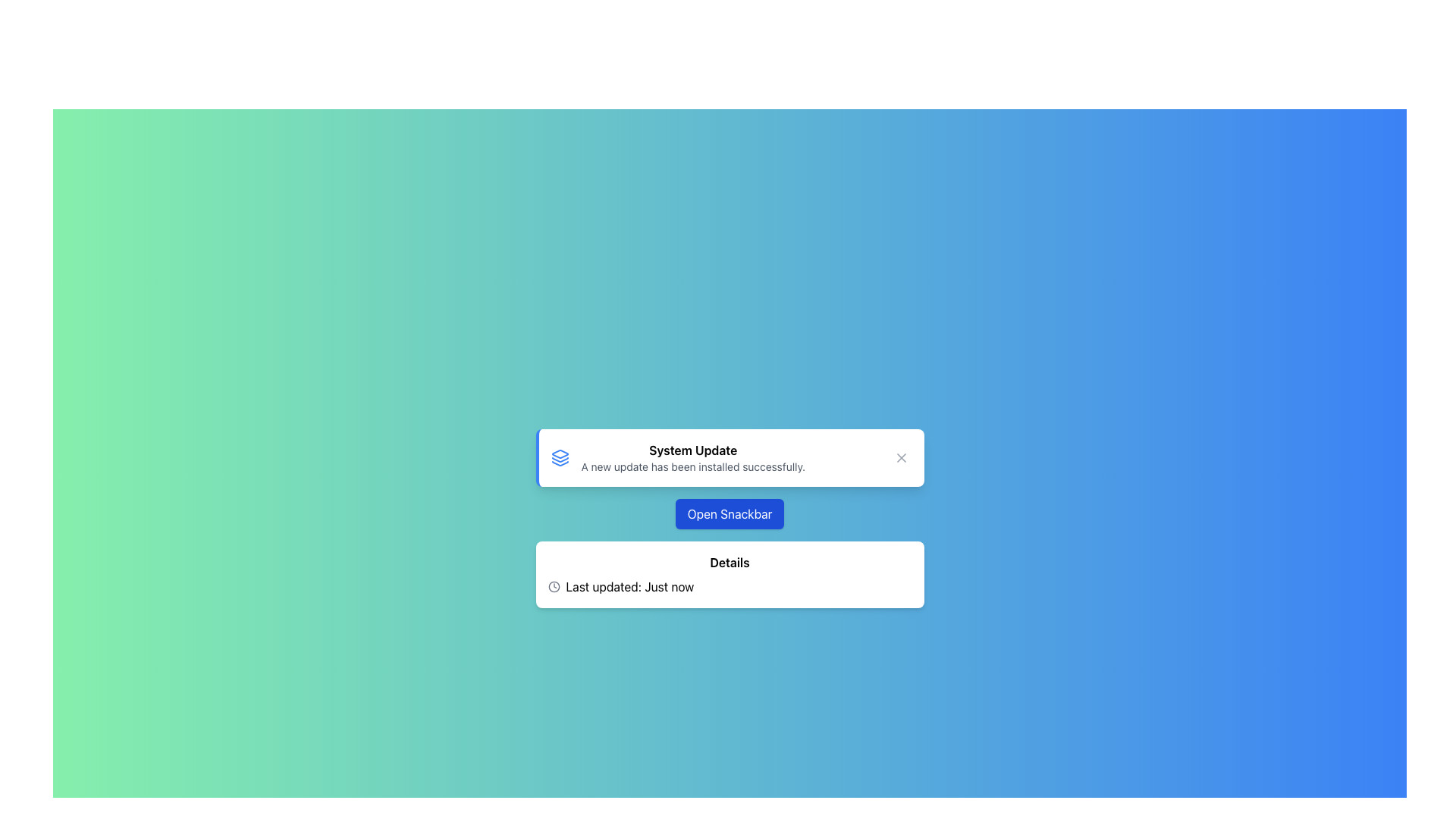  Describe the element at coordinates (559, 457) in the screenshot. I see `the blue stackable layers icon located within the 'System Update' notification bar, positioned to the left of the title text` at that location.